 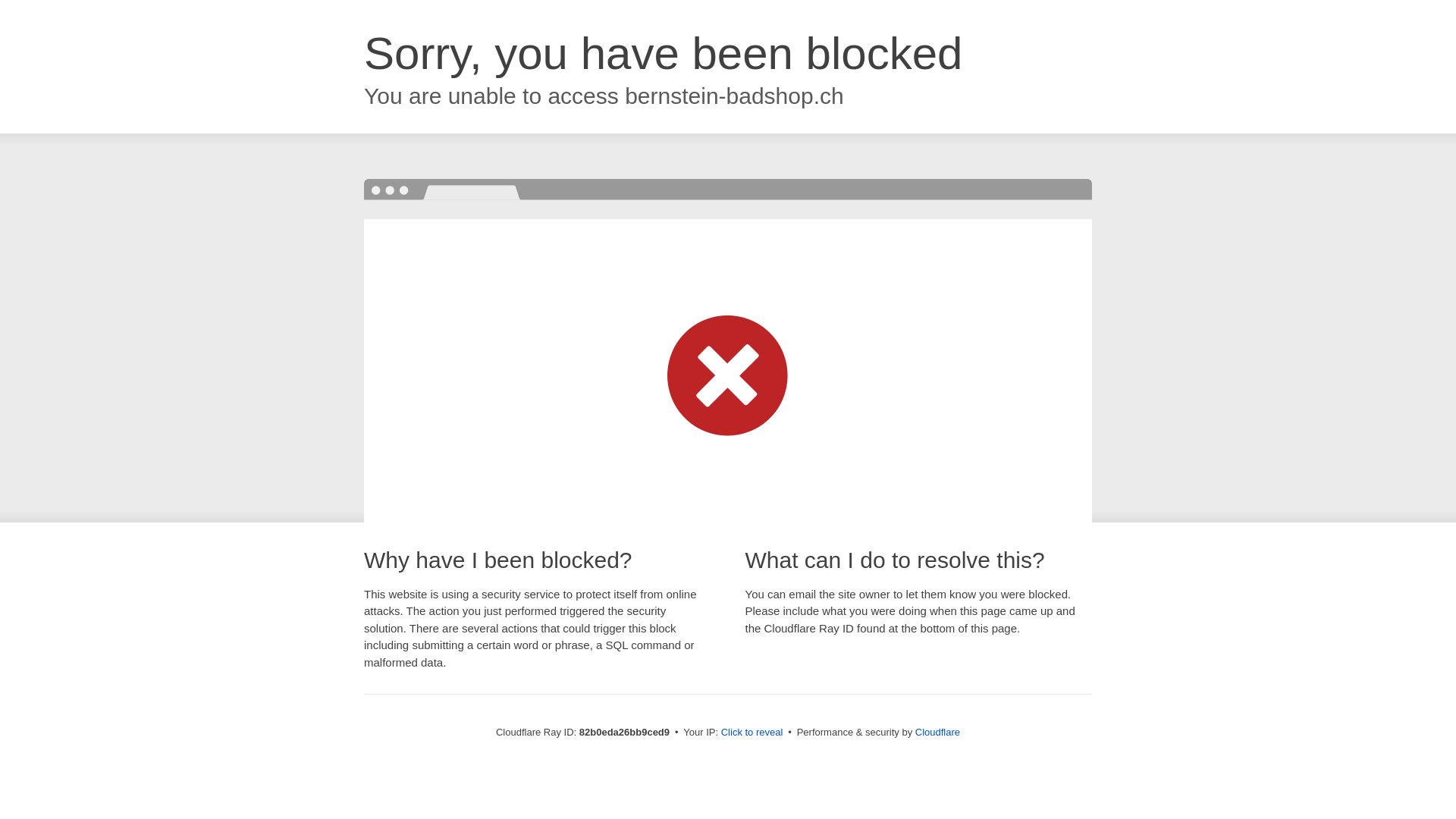 What do you see at coordinates (914, 731) in the screenshot?
I see `'Cloudflare'` at bounding box center [914, 731].